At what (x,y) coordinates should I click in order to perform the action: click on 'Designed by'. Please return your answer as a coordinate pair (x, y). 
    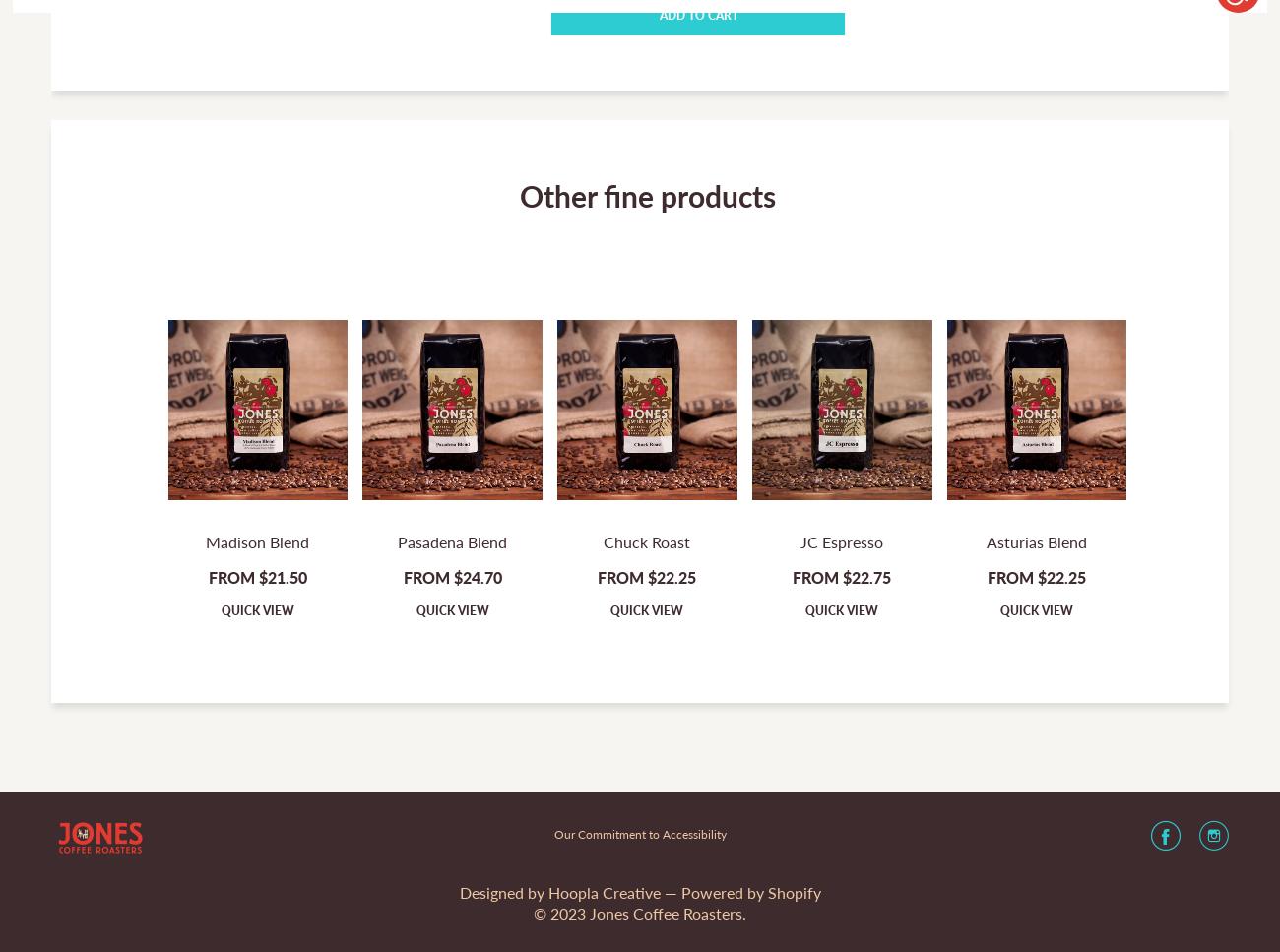
    Looking at the image, I should click on (503, 892).